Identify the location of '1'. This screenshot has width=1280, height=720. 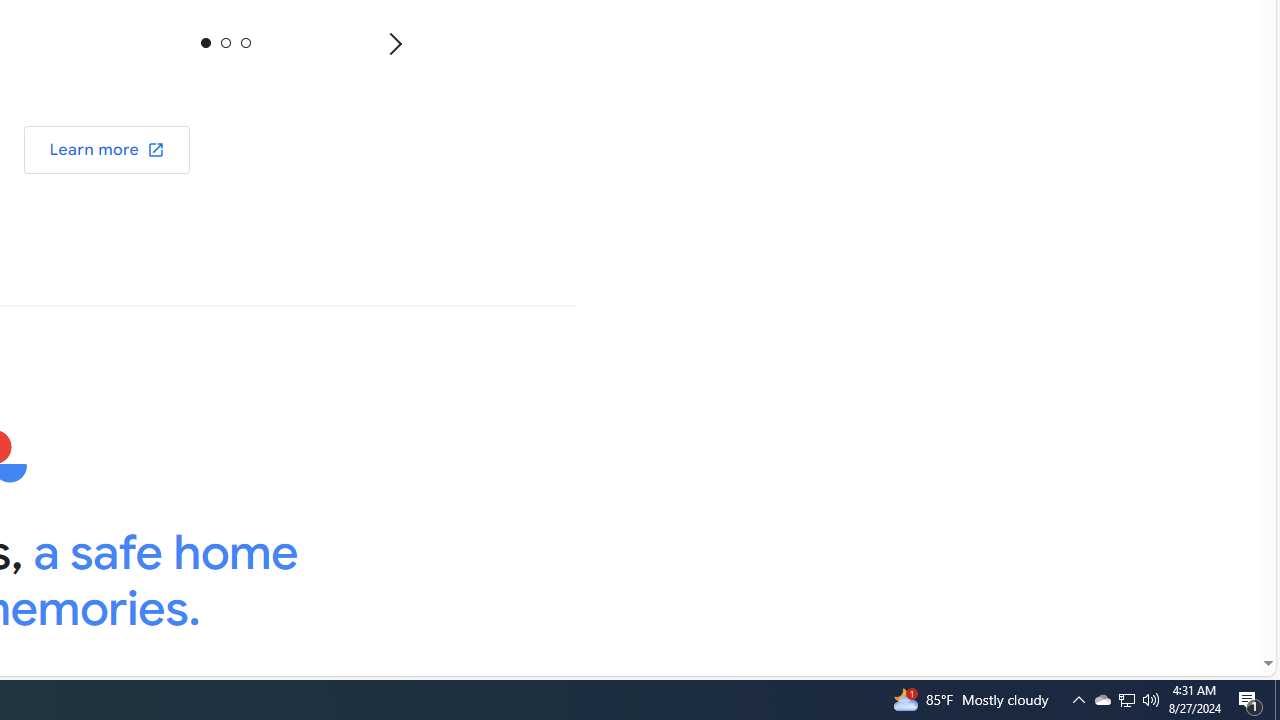
(225, 42).